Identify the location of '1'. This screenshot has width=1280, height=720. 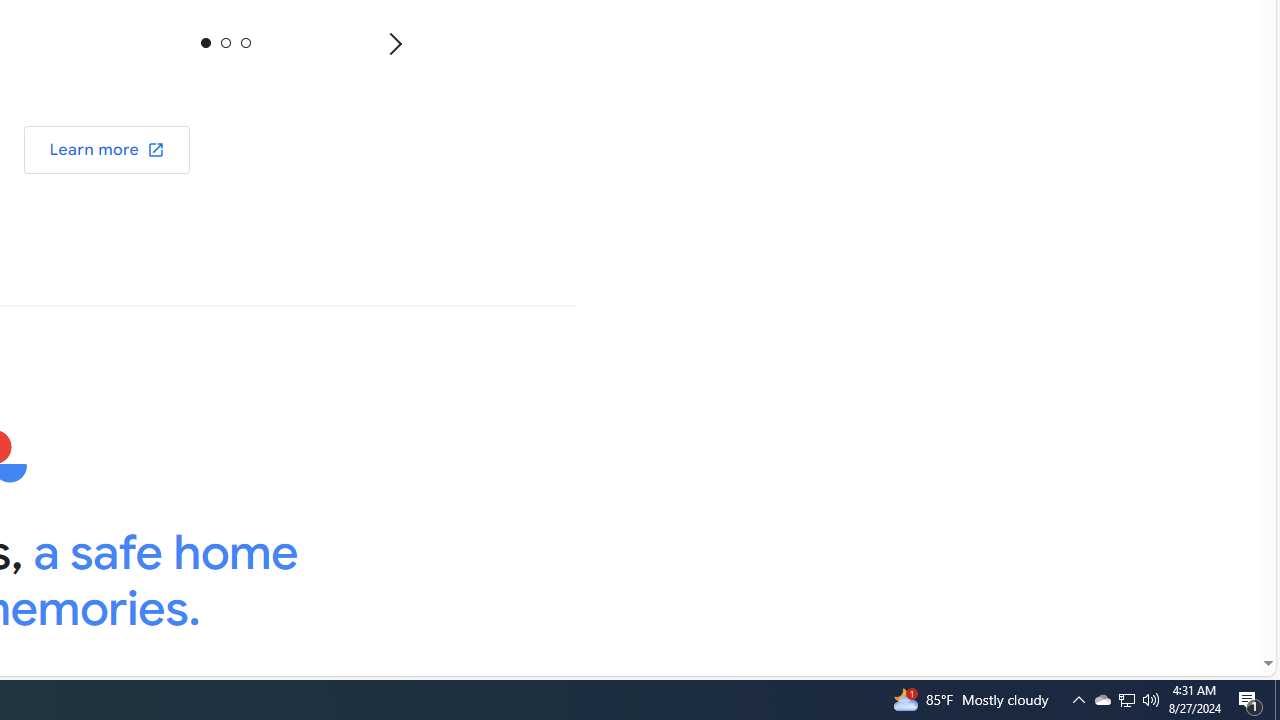
(225, 42).